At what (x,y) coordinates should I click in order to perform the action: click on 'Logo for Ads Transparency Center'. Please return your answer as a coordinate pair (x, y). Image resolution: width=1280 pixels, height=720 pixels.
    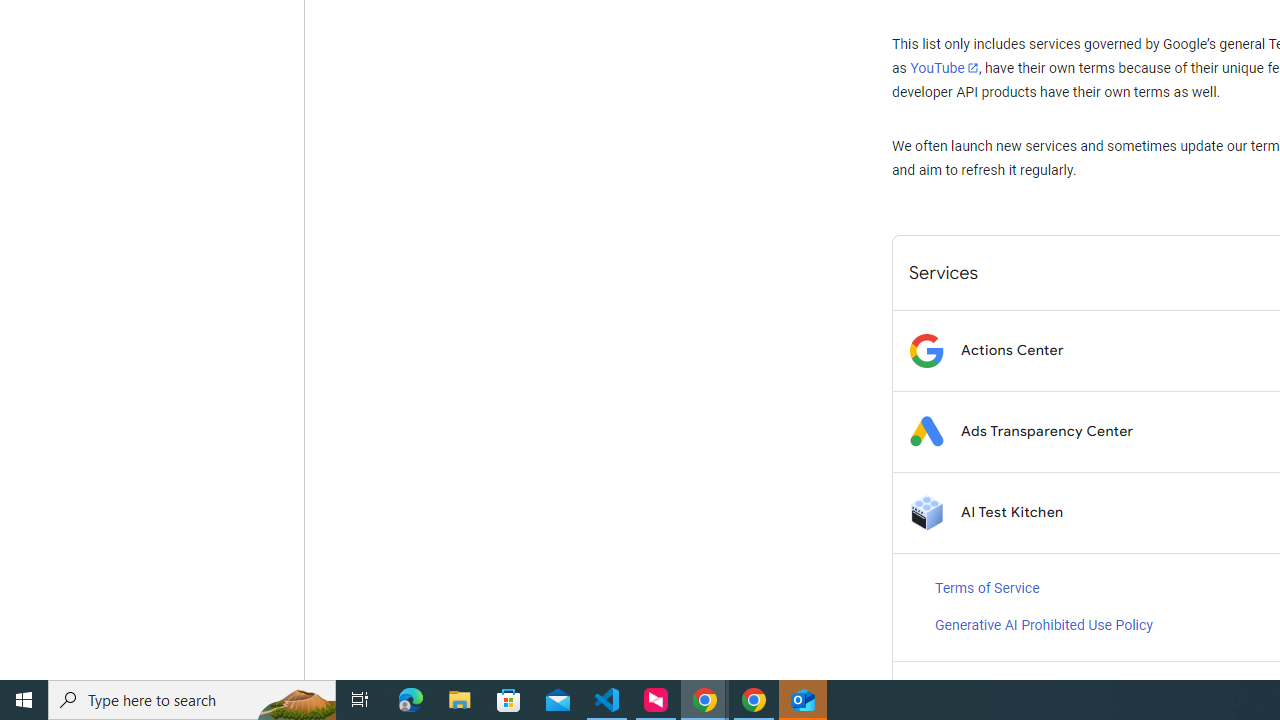
    Looking at the image, I should click on (925, 430).